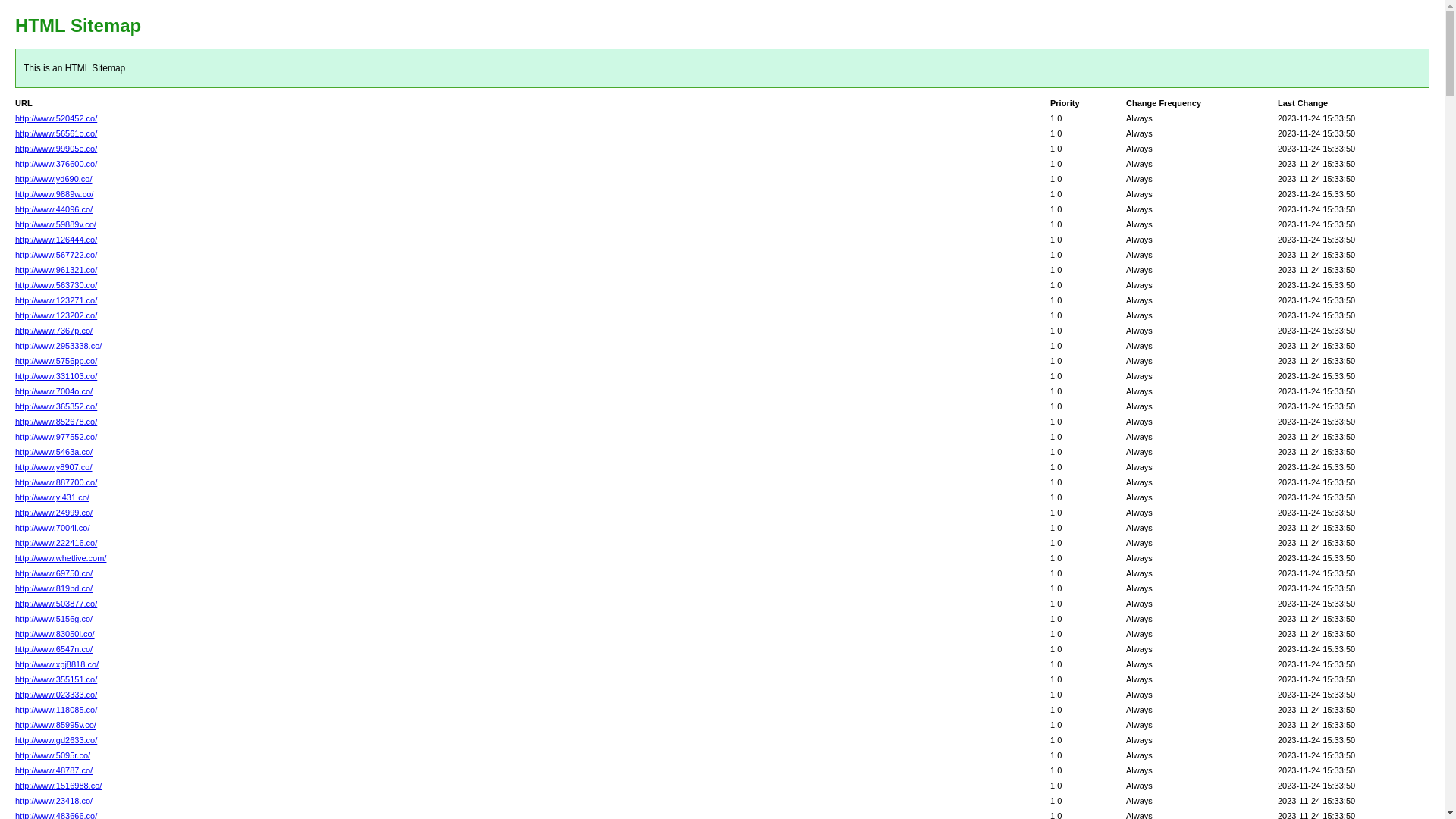  I want to click on 'http://www.99905e.co/', so click(14, 149).